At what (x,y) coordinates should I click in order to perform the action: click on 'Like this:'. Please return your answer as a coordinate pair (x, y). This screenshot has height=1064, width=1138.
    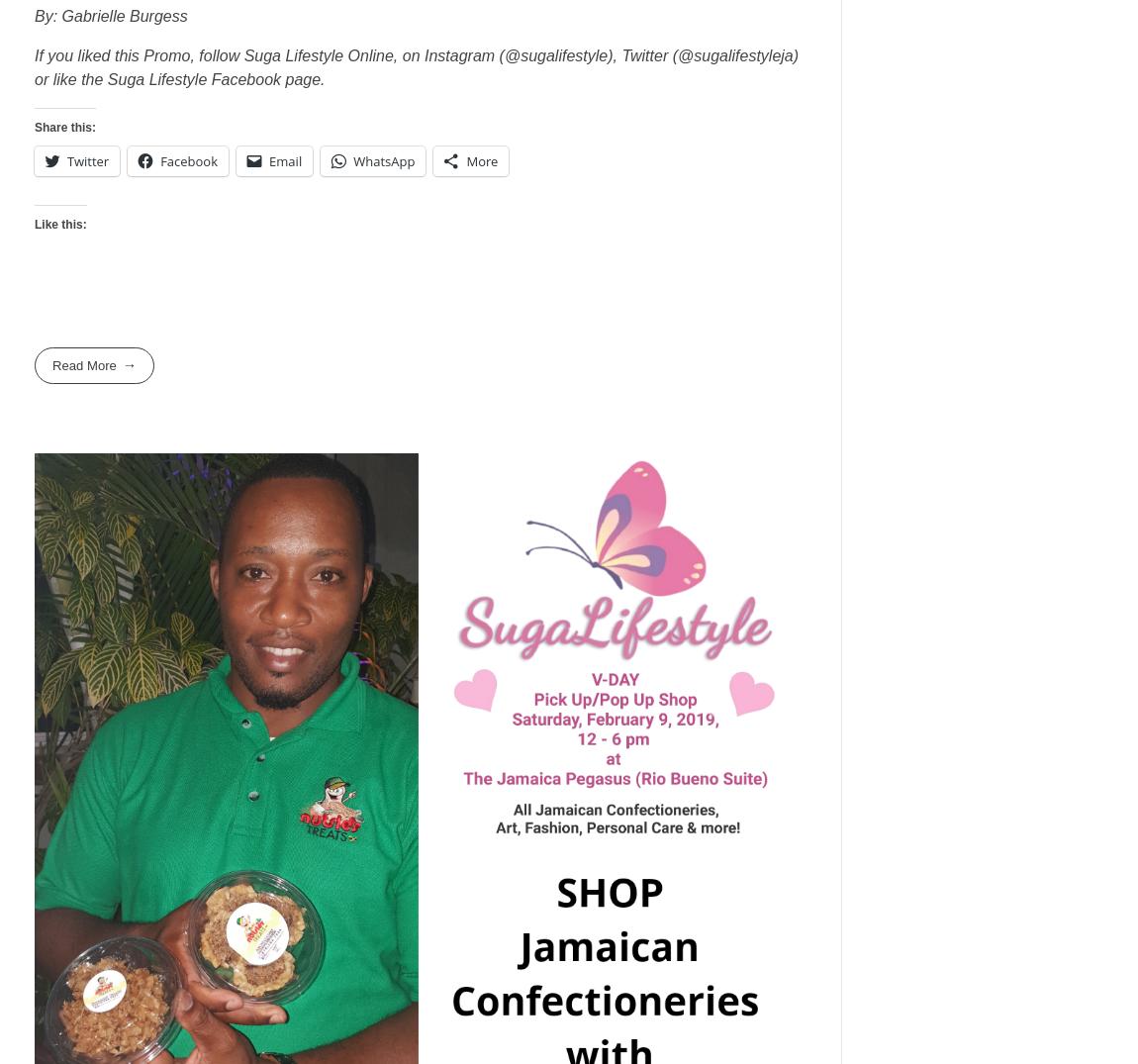
    Looking at the image, I should click on (58, 222).